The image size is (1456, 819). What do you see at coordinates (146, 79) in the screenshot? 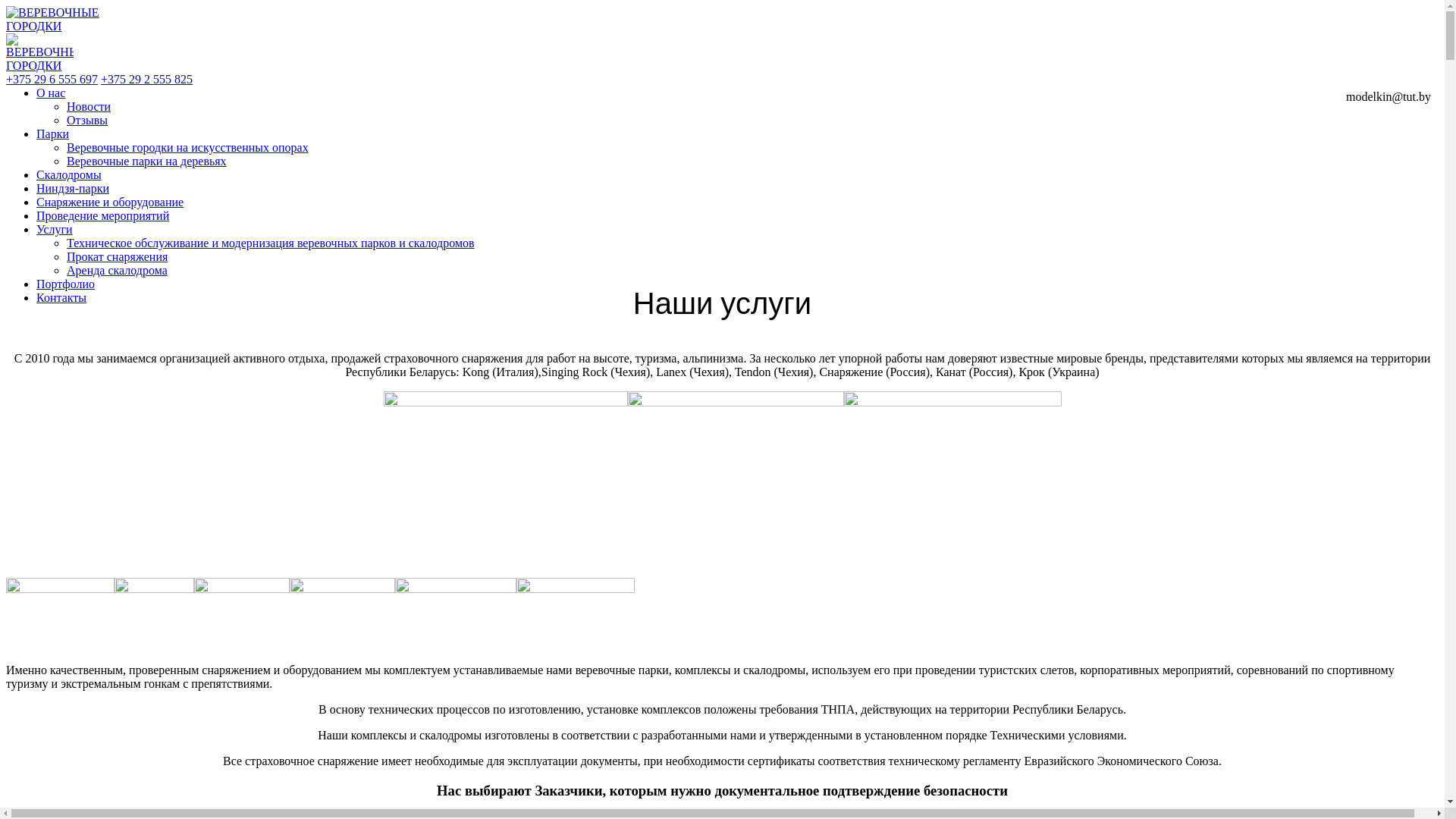
I see `'+375 29 2 555 825'` at bounding box center [146, 79].